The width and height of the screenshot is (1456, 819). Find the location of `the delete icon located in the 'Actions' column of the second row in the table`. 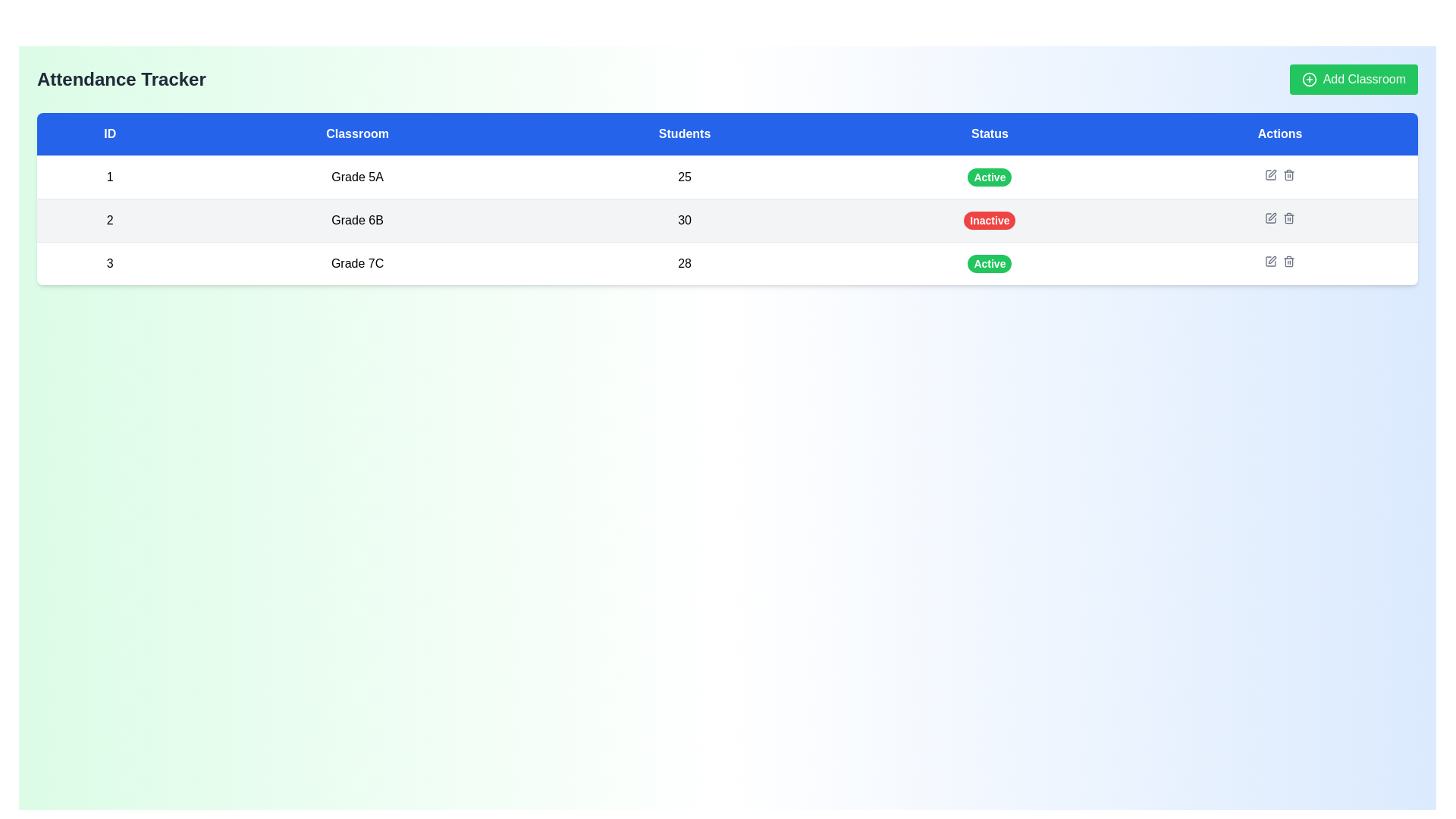

the delete icon located in the 'Actions' column of the second row in the table is located at coordinates (1288, 174).